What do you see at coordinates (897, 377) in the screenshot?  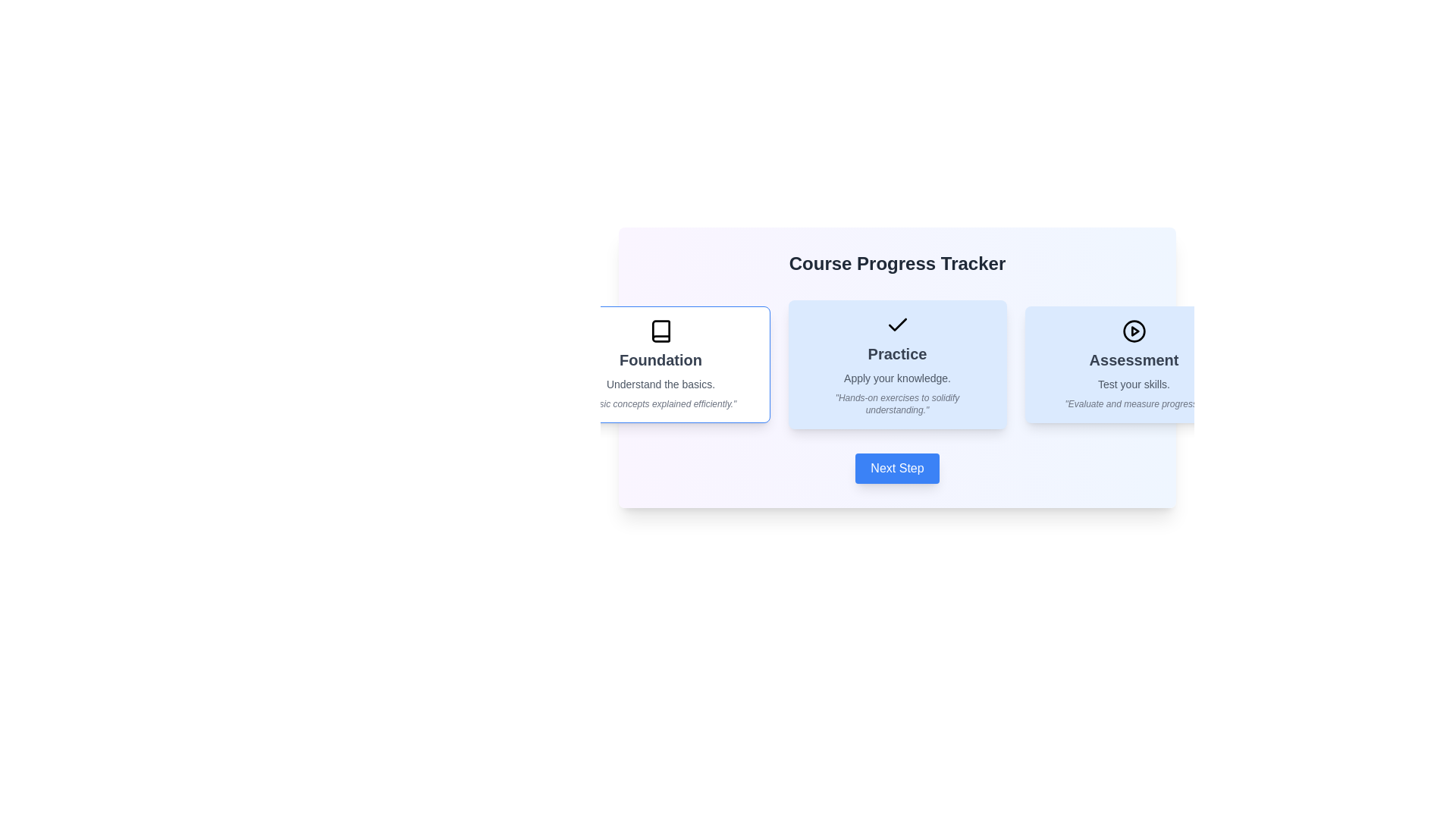 I see `the text label that displays 'Apply your knowledge.' located beneath the title 'Practice' within the card layout` at bounding box center [897, 377].